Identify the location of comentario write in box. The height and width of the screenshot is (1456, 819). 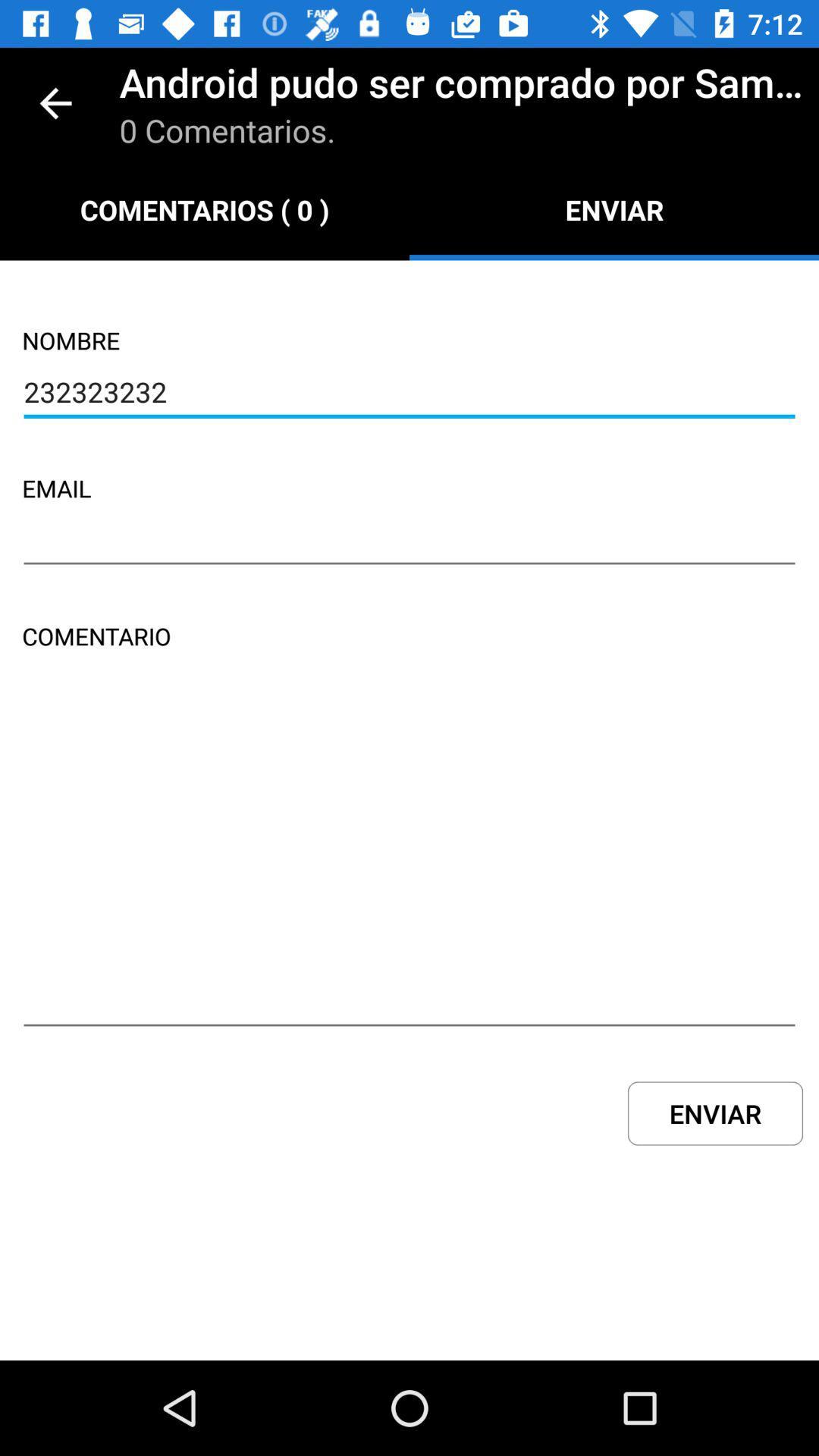
(409, 862).